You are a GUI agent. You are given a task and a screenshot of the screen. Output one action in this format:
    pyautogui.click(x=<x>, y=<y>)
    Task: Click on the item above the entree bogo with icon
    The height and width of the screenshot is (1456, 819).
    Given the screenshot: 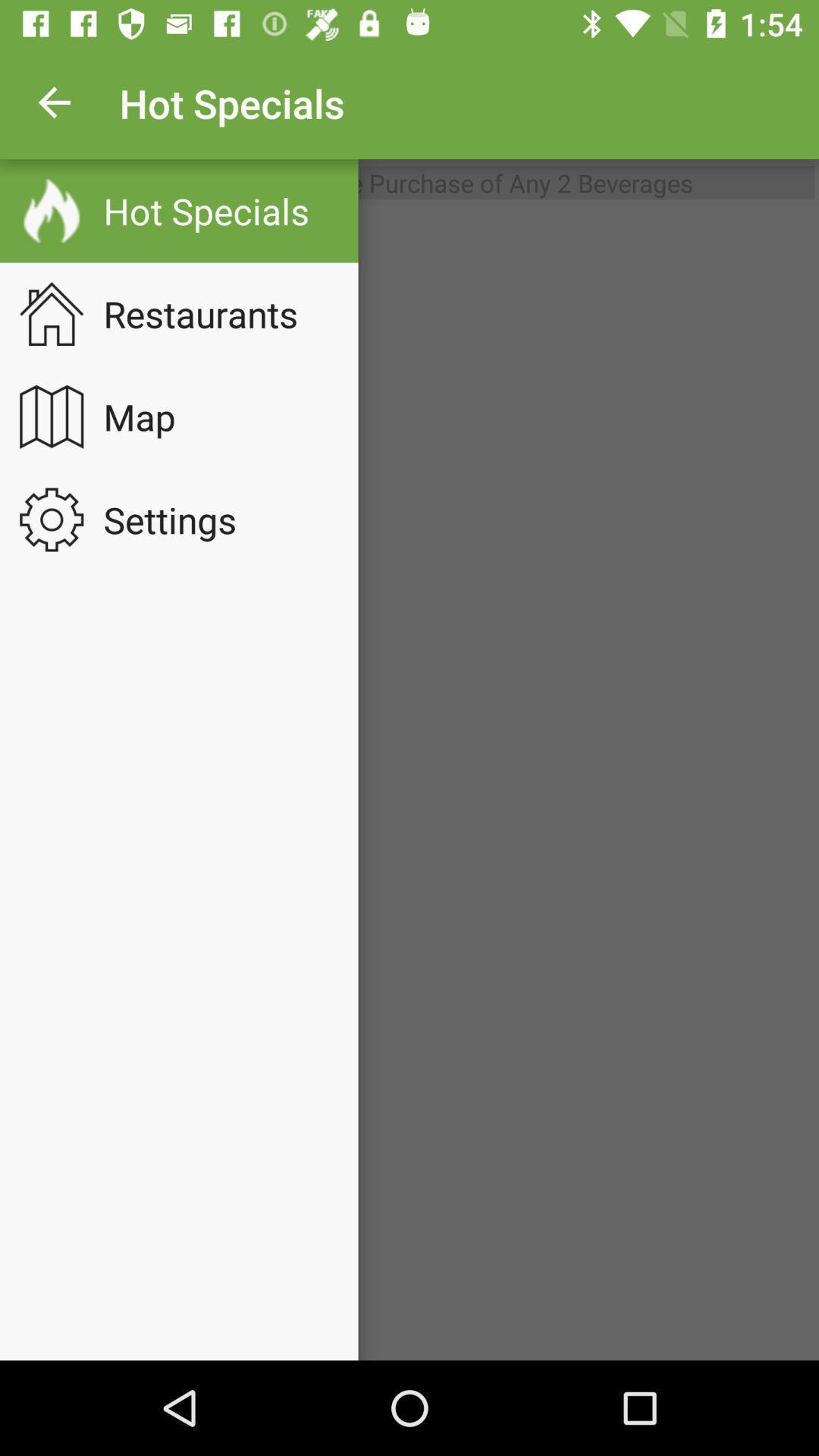 What is the action you would take?
    pyautogui.click(x=55, y=102)
    